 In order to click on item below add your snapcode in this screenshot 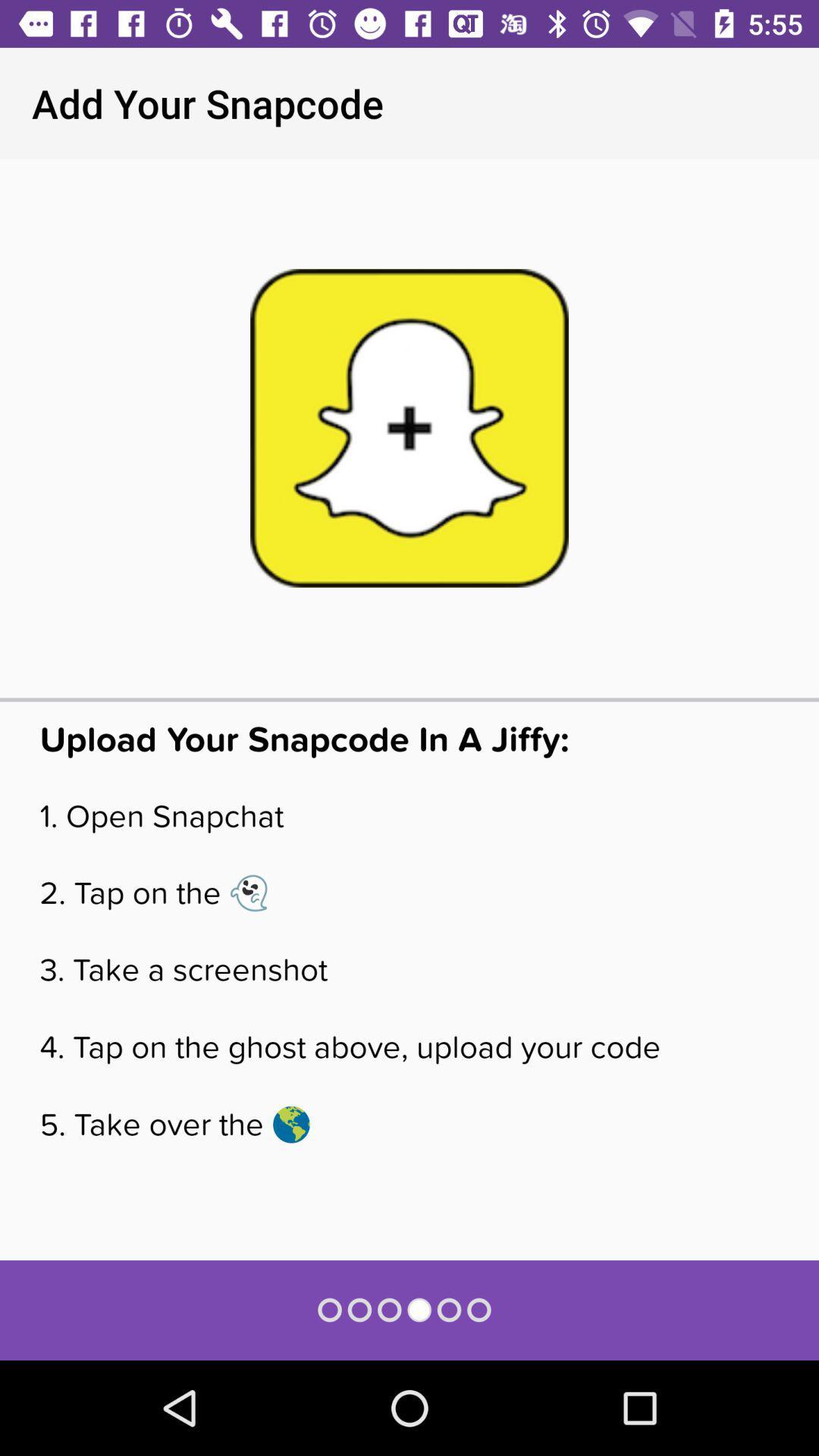, I will do `click(409, 427)`.